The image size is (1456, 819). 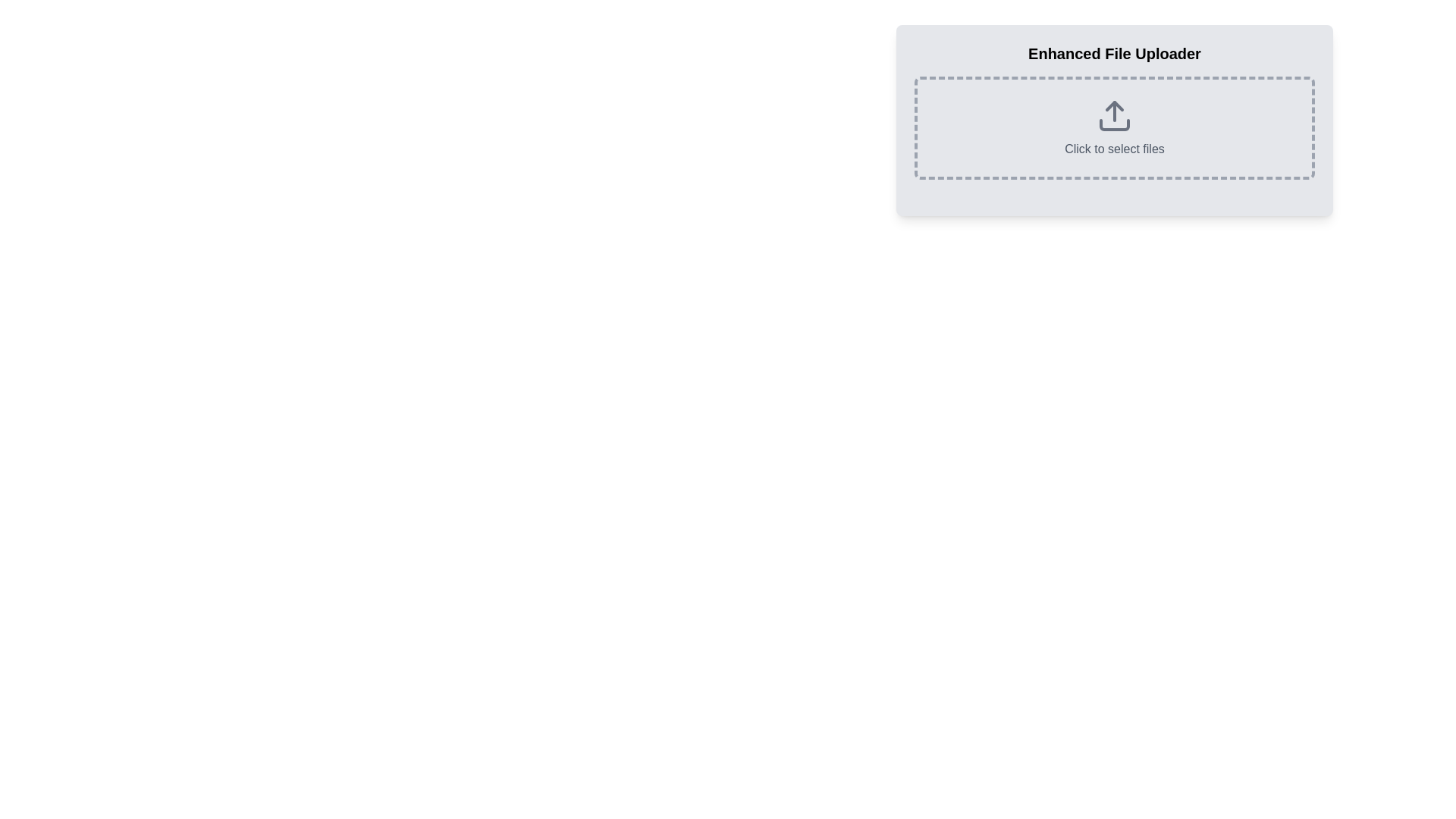 What do you see at coordinates (1114, 127) in the screenshot?
I see `and drop files into the File upload drop zone, which is a rectangular area with a dashed border and the text 'Click` at bounding box center [1114, 127].